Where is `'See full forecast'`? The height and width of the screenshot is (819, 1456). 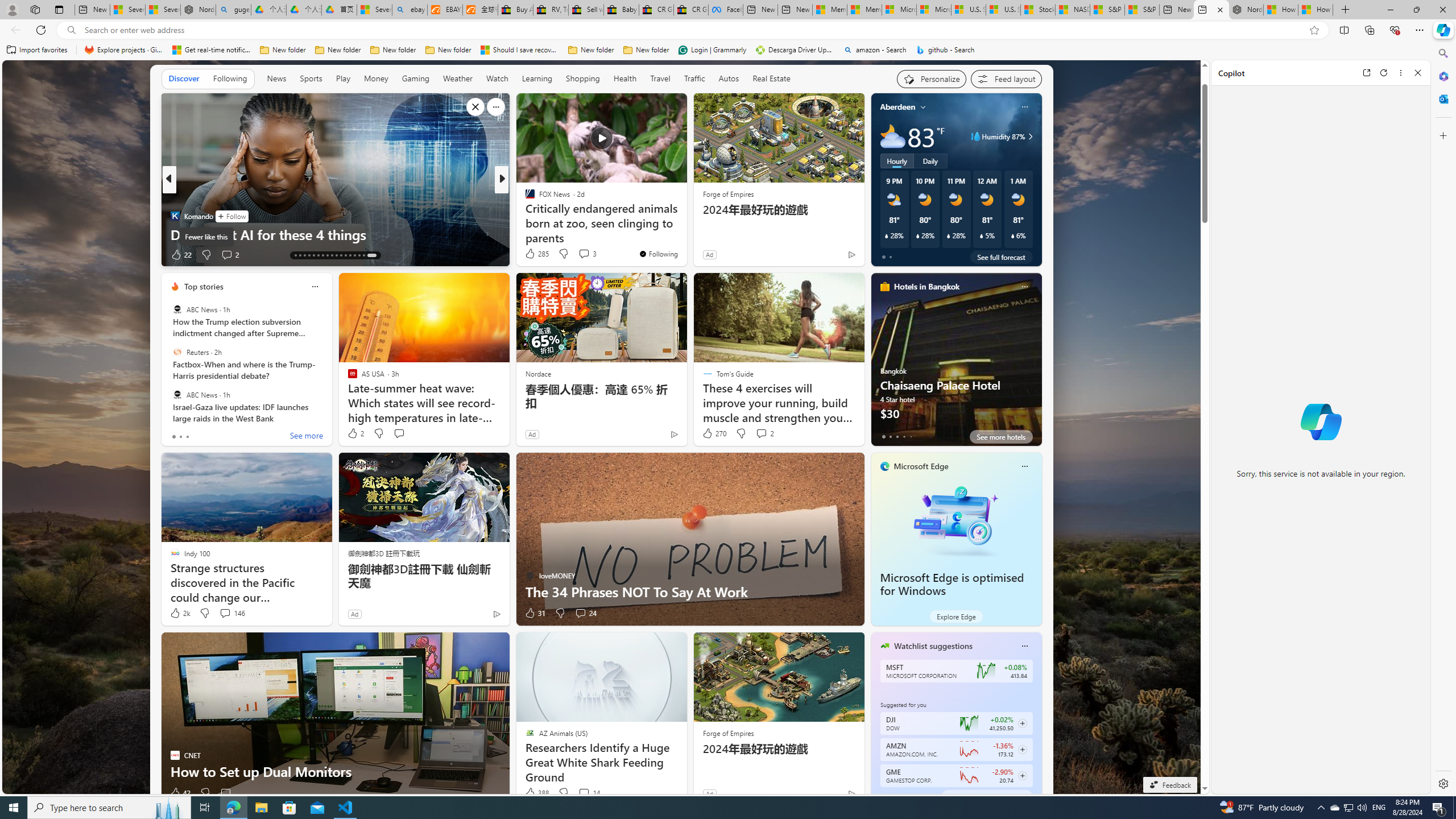 'See full forecast' is located at coordinates (1001, 257).